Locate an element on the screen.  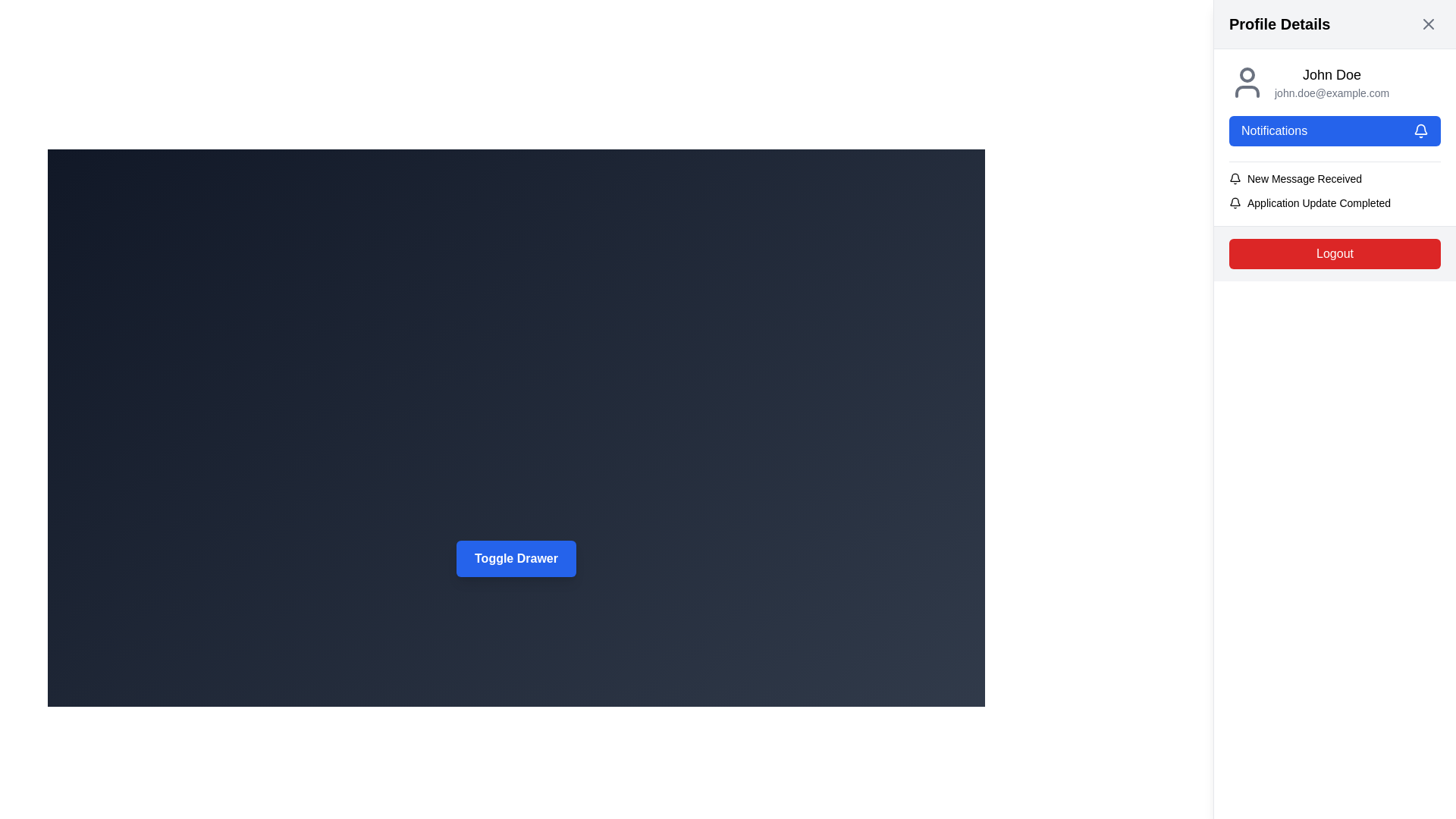
the prominent text label displaying 'John Doe' in large, bold font located at the top of the 'Profile Details' section on the right-hand side of the interface is located at coordinates (1331, 75).